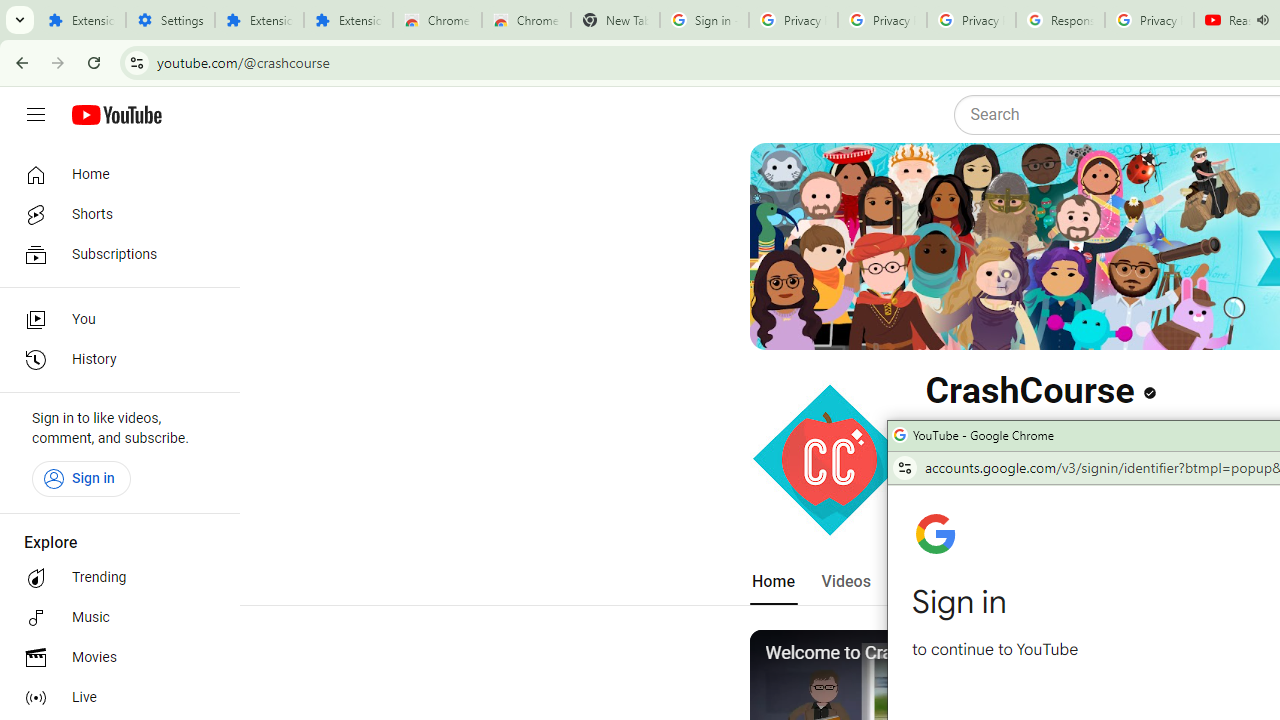 This screenshot has width=1280, height=720. I want to click on 'Chrome Web Store - Themes', so click(526, 20).